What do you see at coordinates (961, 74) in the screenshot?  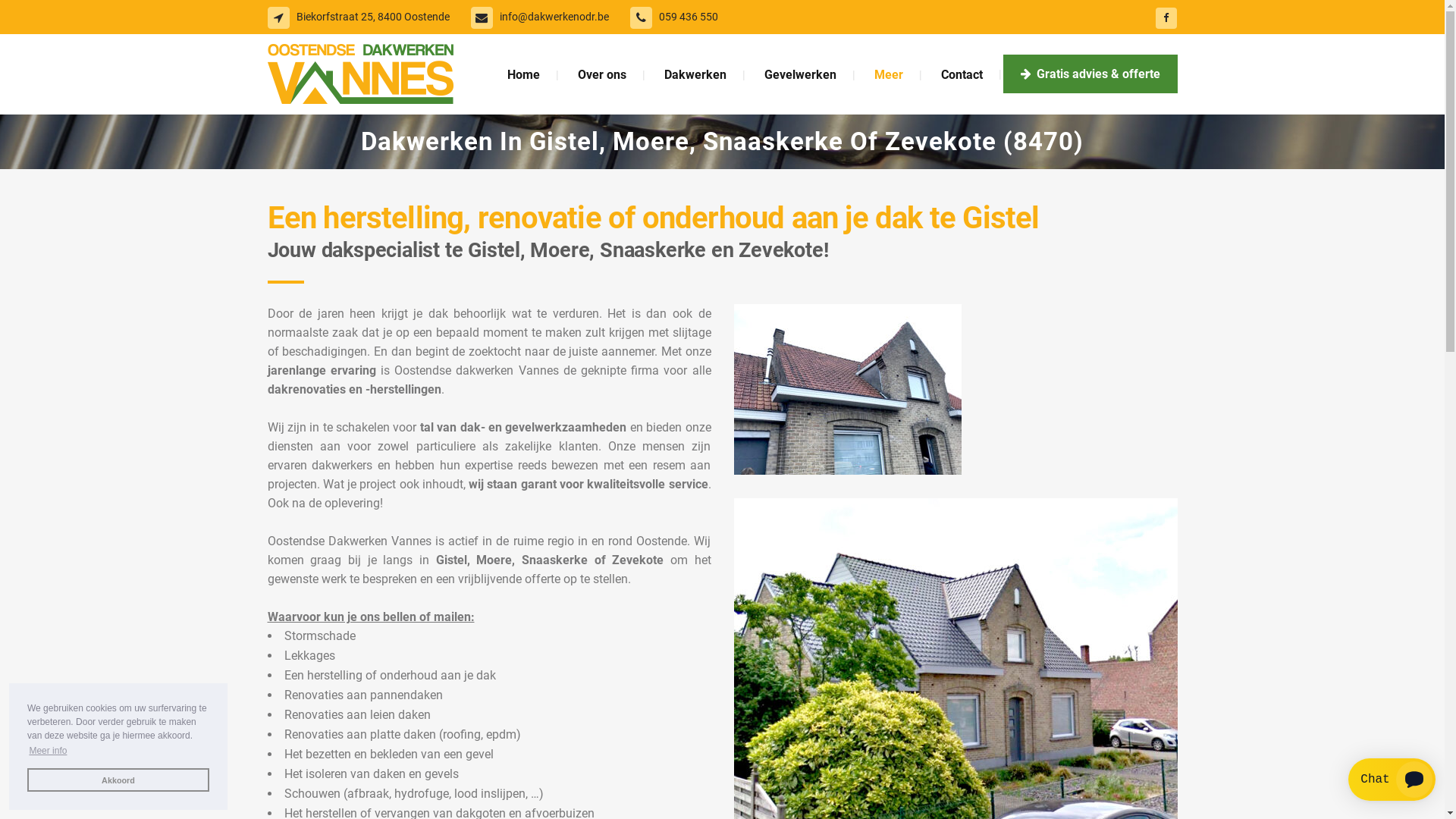 I see `'Contact'` at bounding box center [961, 74].